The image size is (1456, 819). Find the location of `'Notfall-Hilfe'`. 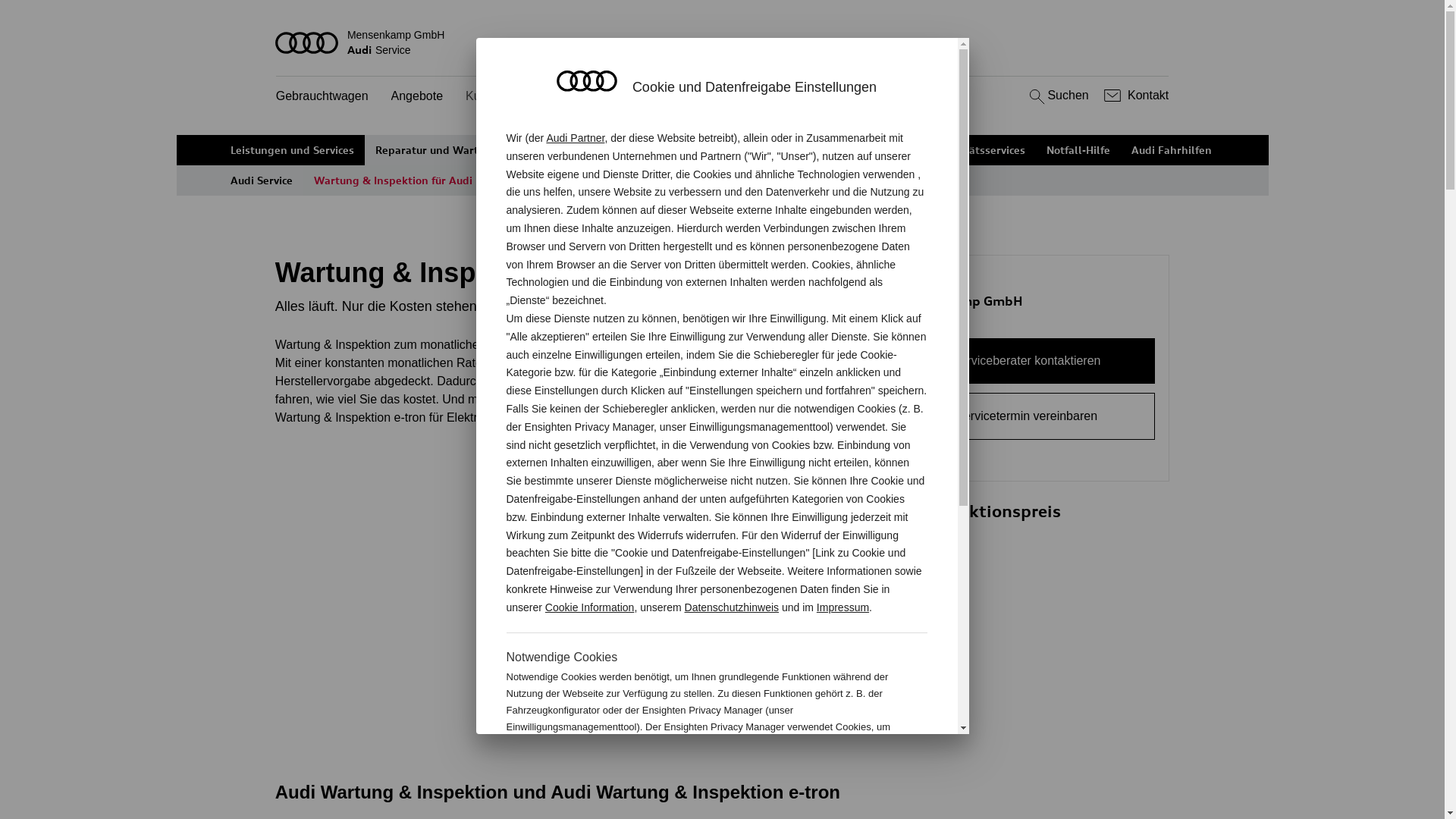

'Notfall-Hilfe' is located at coordinates (1035, 149).